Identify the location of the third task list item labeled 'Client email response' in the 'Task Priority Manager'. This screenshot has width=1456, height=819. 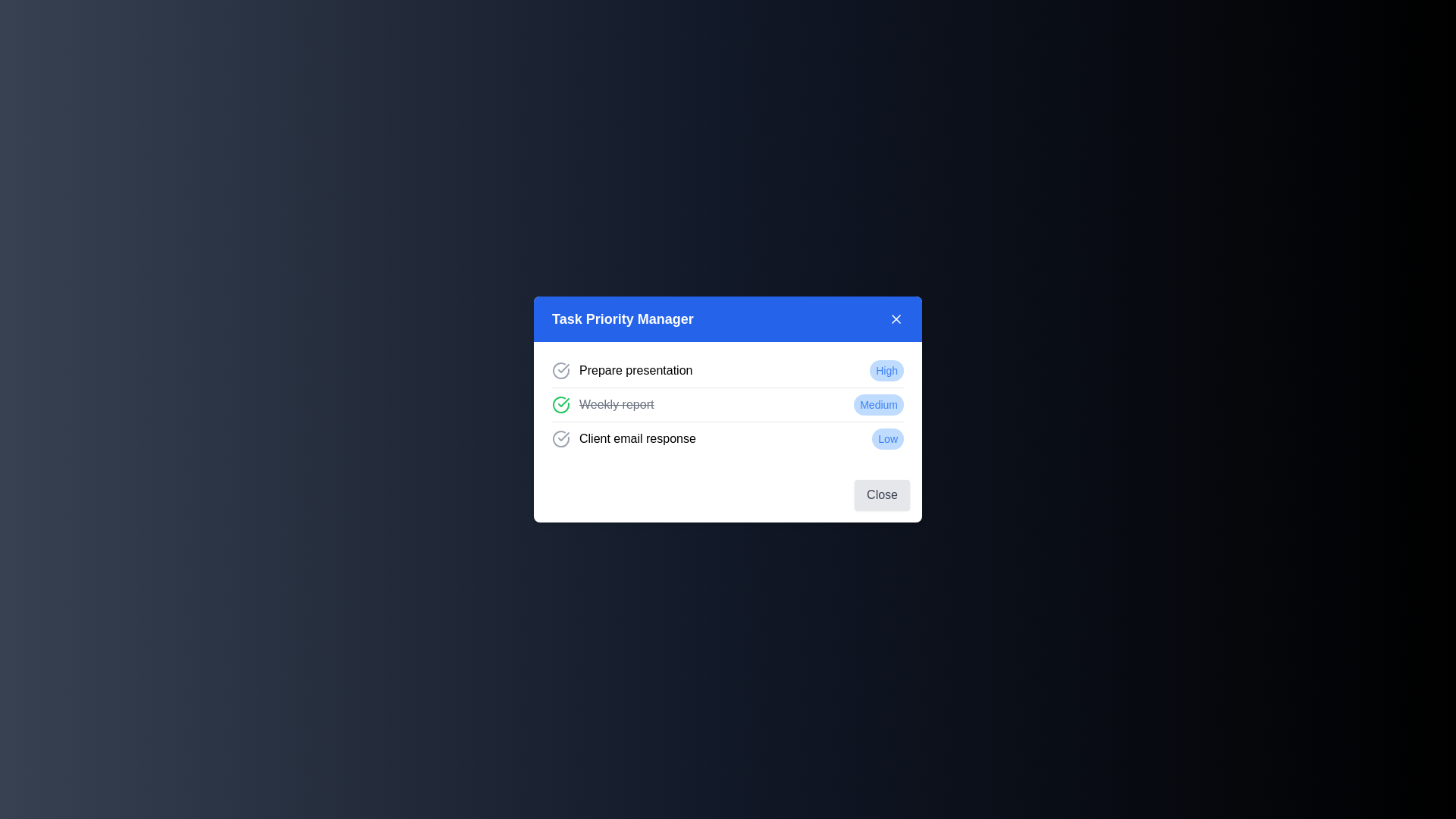
(728, 438).